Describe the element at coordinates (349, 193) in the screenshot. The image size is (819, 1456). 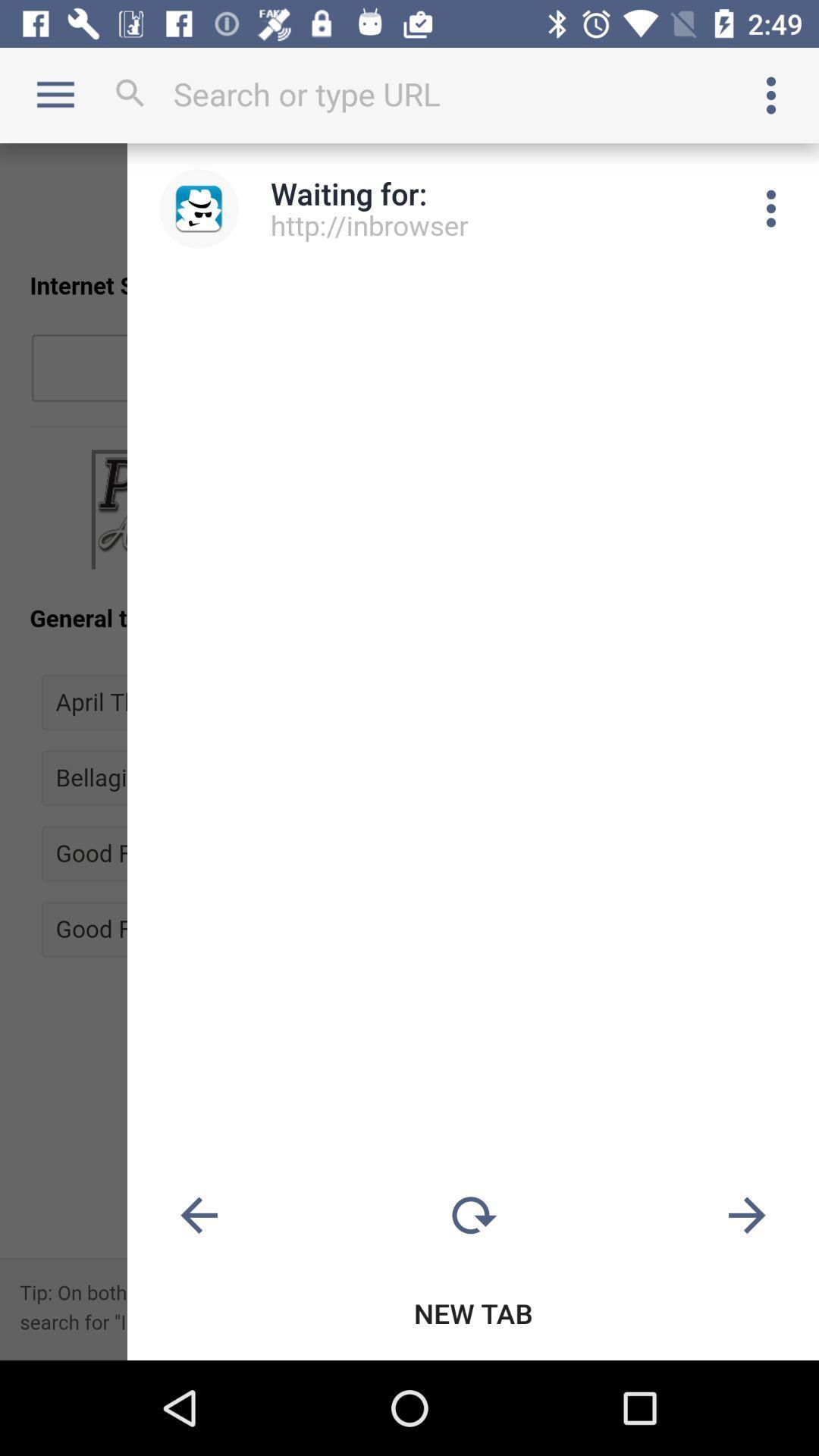
I see `the waiting for: icon` at that location.